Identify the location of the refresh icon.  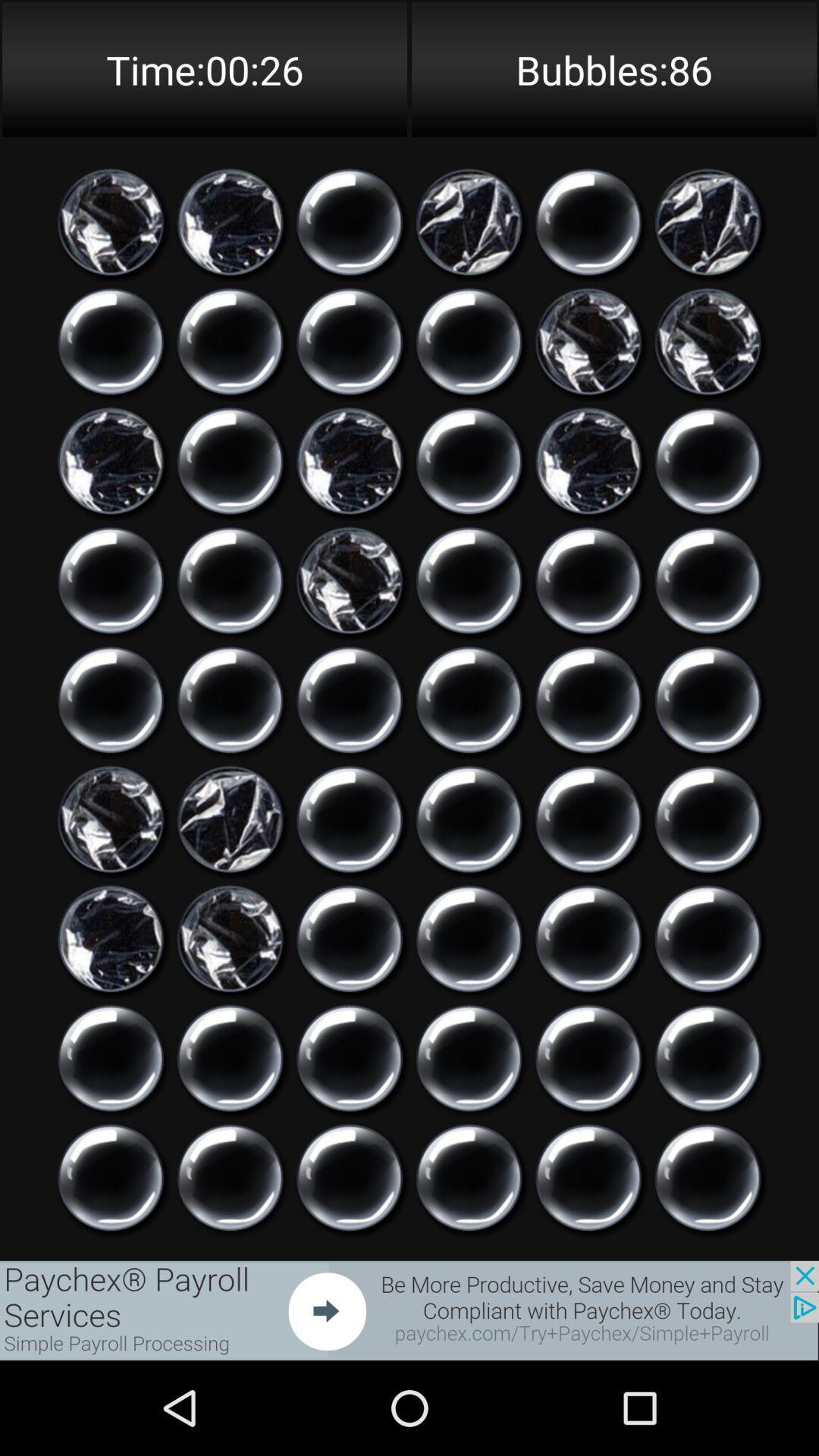
(468, 749).